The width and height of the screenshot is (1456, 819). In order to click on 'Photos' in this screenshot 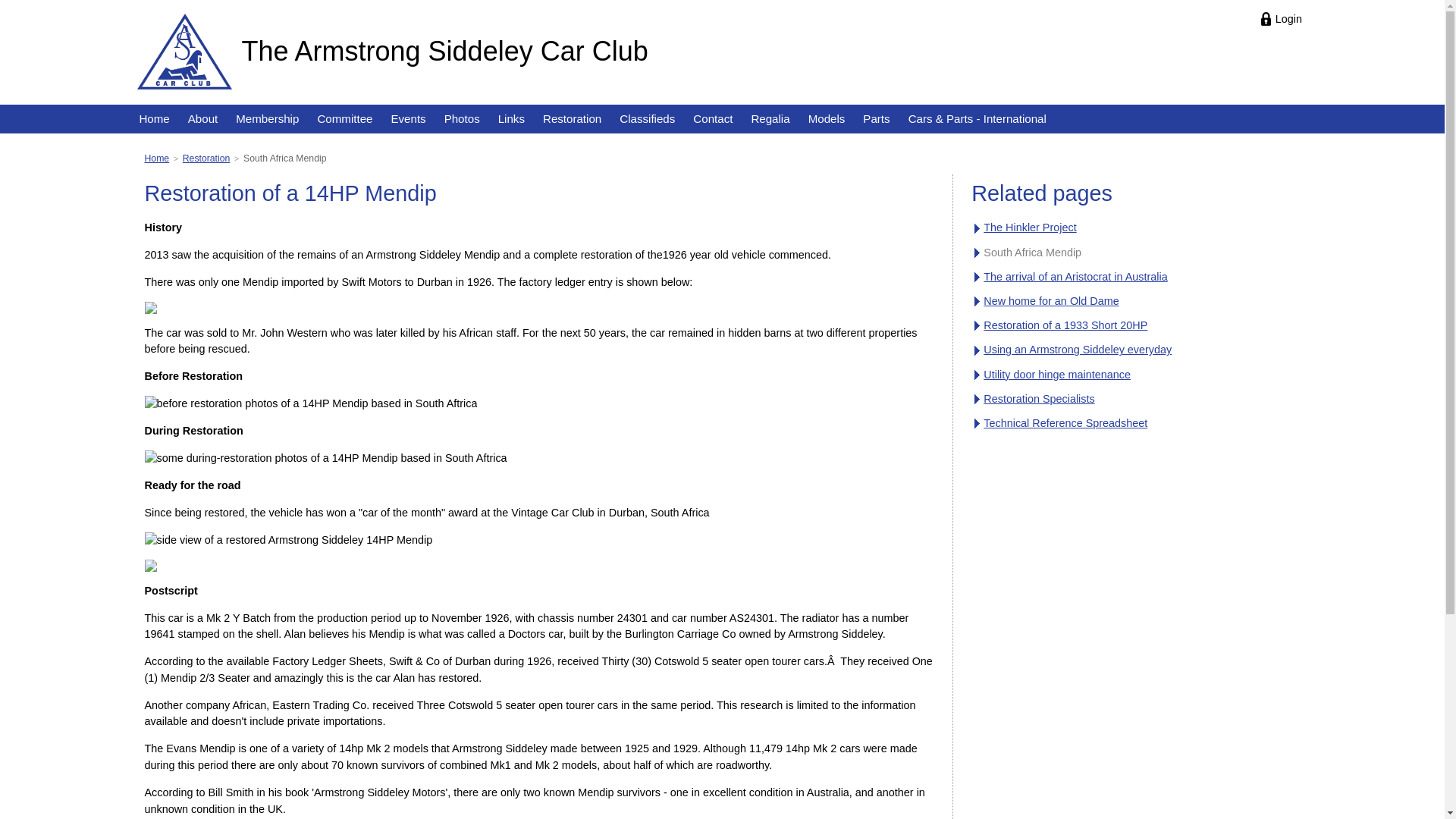, I will do `click(461, 118)`.